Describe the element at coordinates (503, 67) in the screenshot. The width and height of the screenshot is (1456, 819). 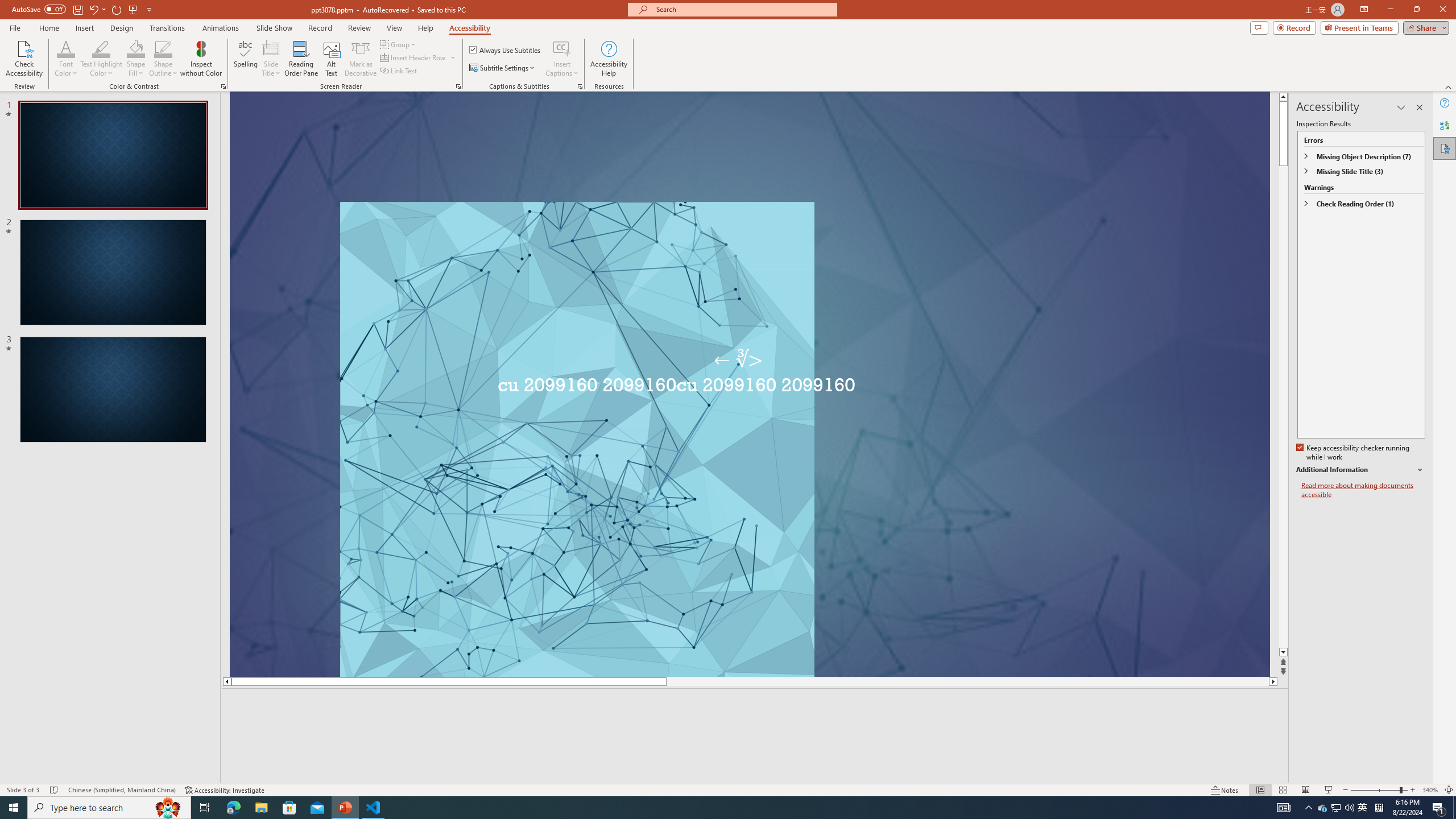
I see `'Subtitle Settings'` at that location.